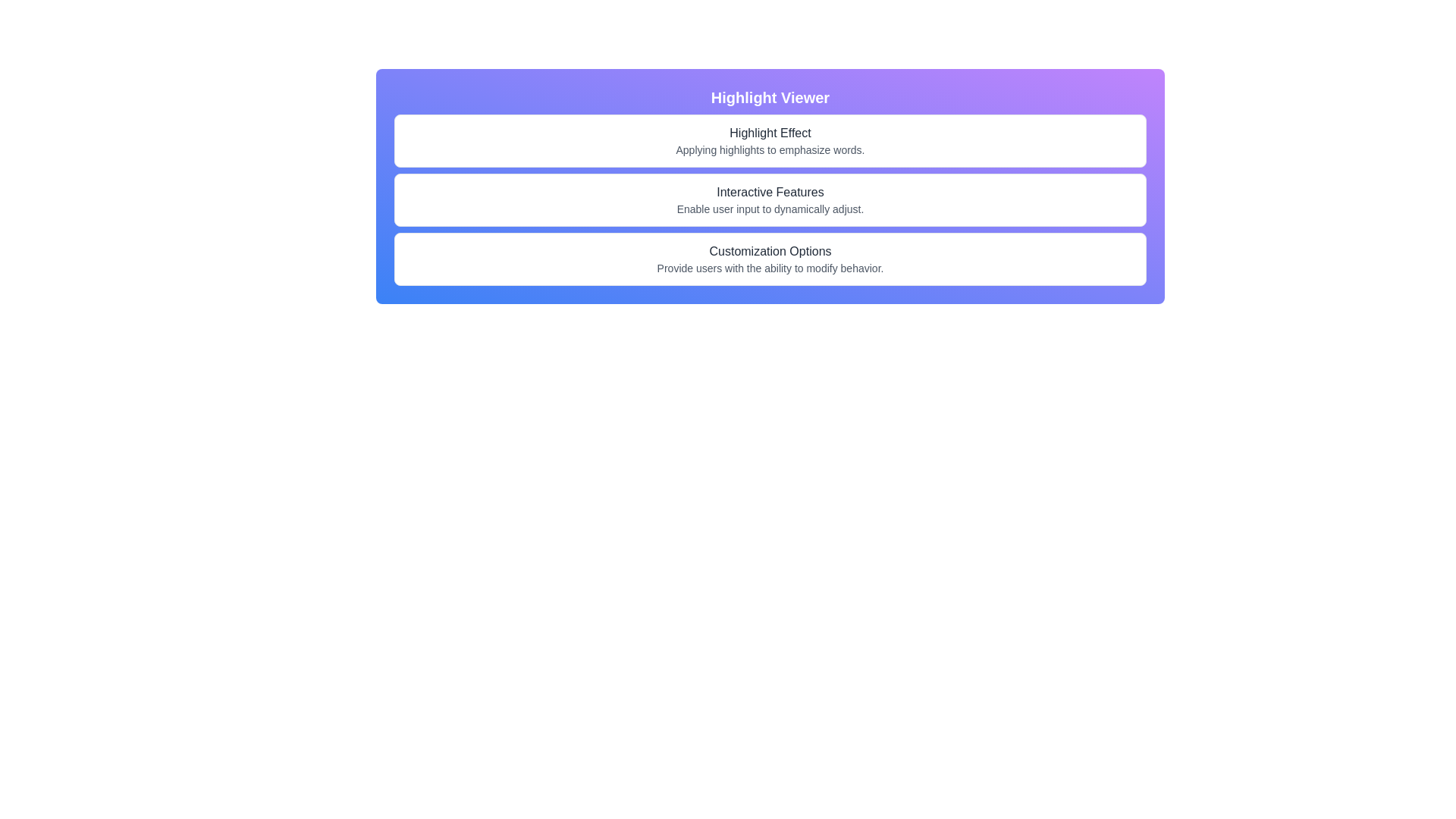 The image size is (1456, 819). What do you see at coordinates (758, 191) in the screenshot?
I see `the lowercase letter 'i' in the word 'Interactive' within the header 'Interactive Features', which is styled with an underline effect on hover` at bounding box center [758, 191].